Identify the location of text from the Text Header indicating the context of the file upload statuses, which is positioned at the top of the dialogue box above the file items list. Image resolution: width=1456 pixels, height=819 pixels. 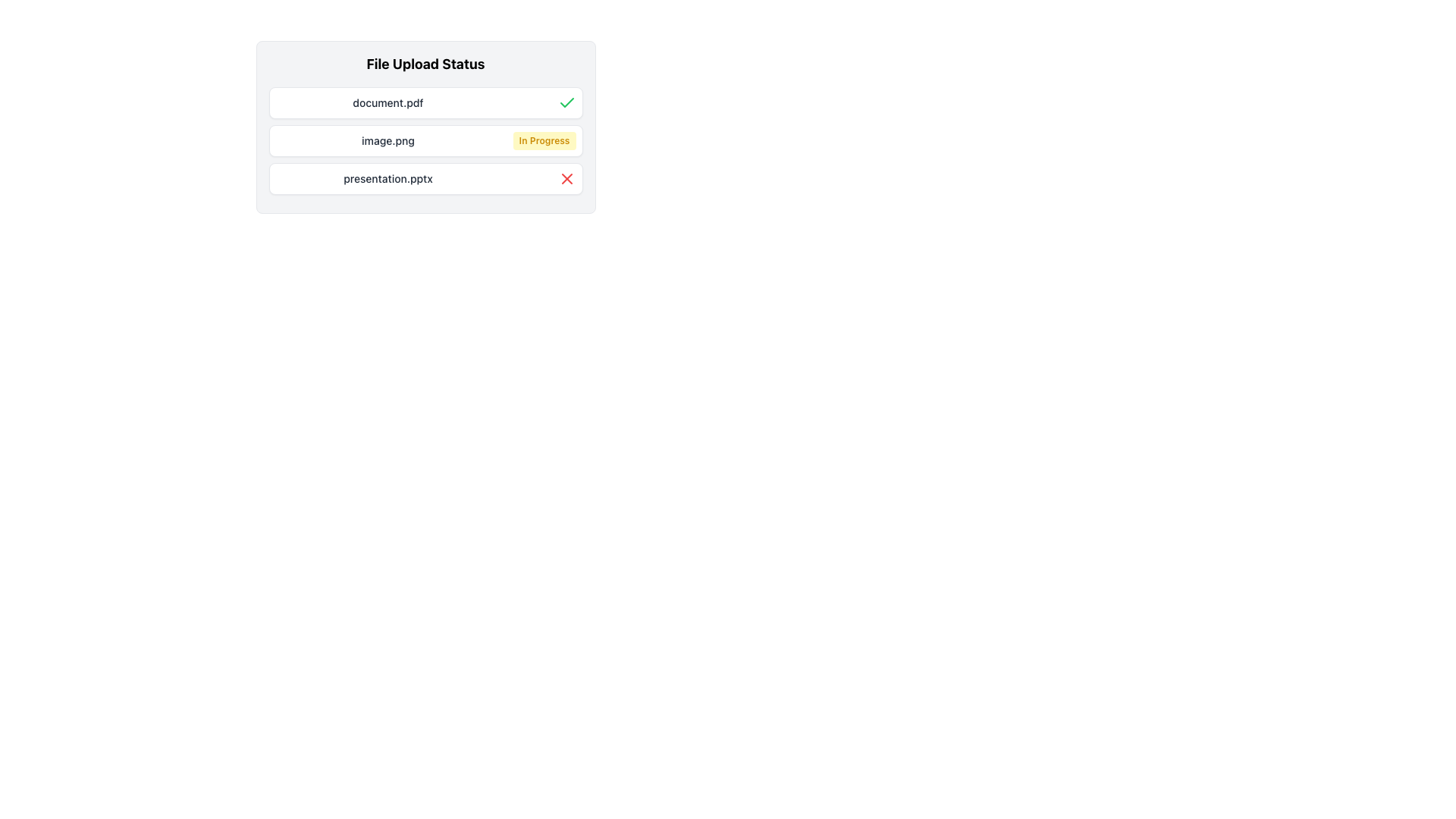
(425, 63).